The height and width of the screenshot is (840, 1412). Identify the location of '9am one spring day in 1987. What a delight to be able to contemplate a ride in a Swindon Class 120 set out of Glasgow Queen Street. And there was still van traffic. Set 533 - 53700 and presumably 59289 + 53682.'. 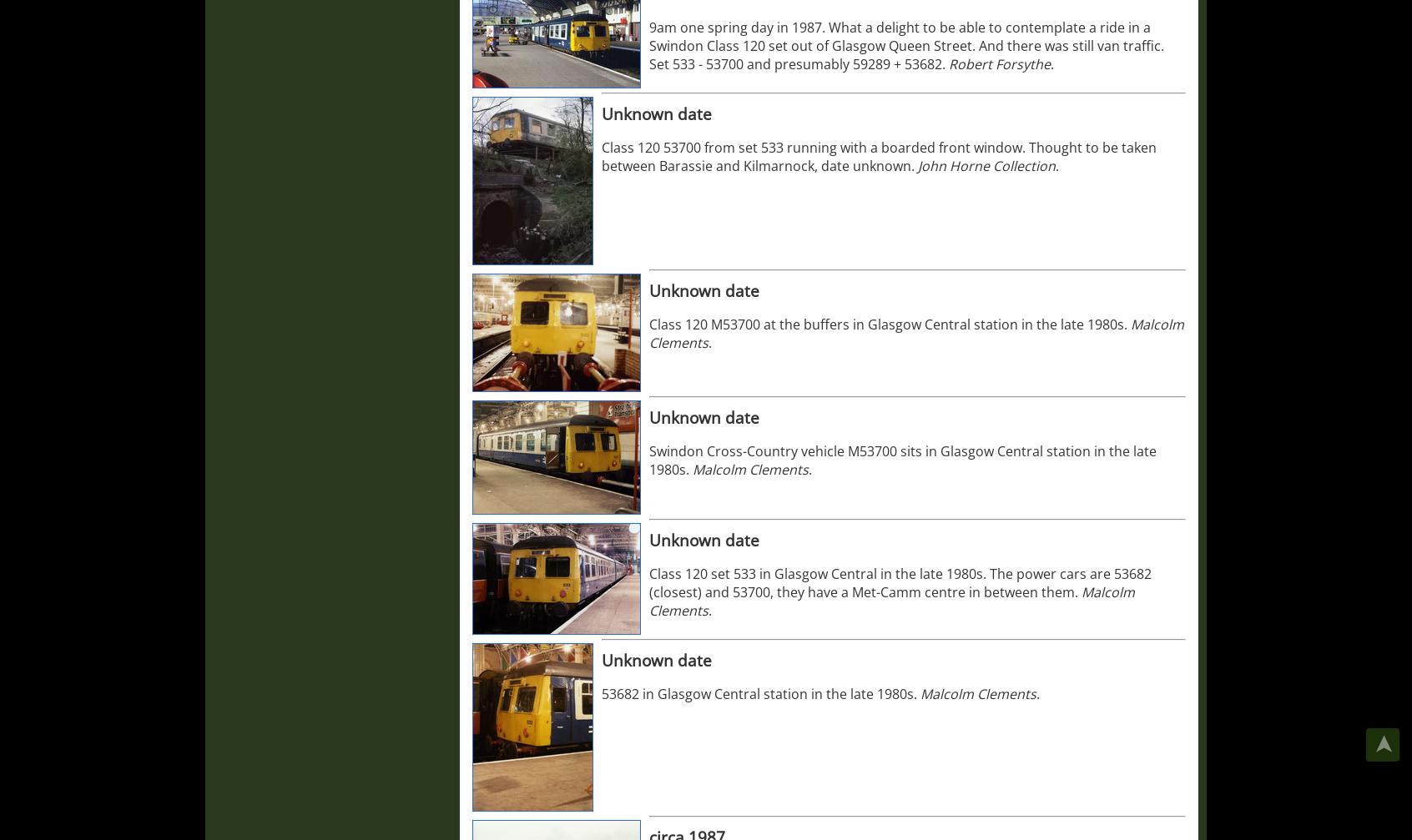
(906, 45).